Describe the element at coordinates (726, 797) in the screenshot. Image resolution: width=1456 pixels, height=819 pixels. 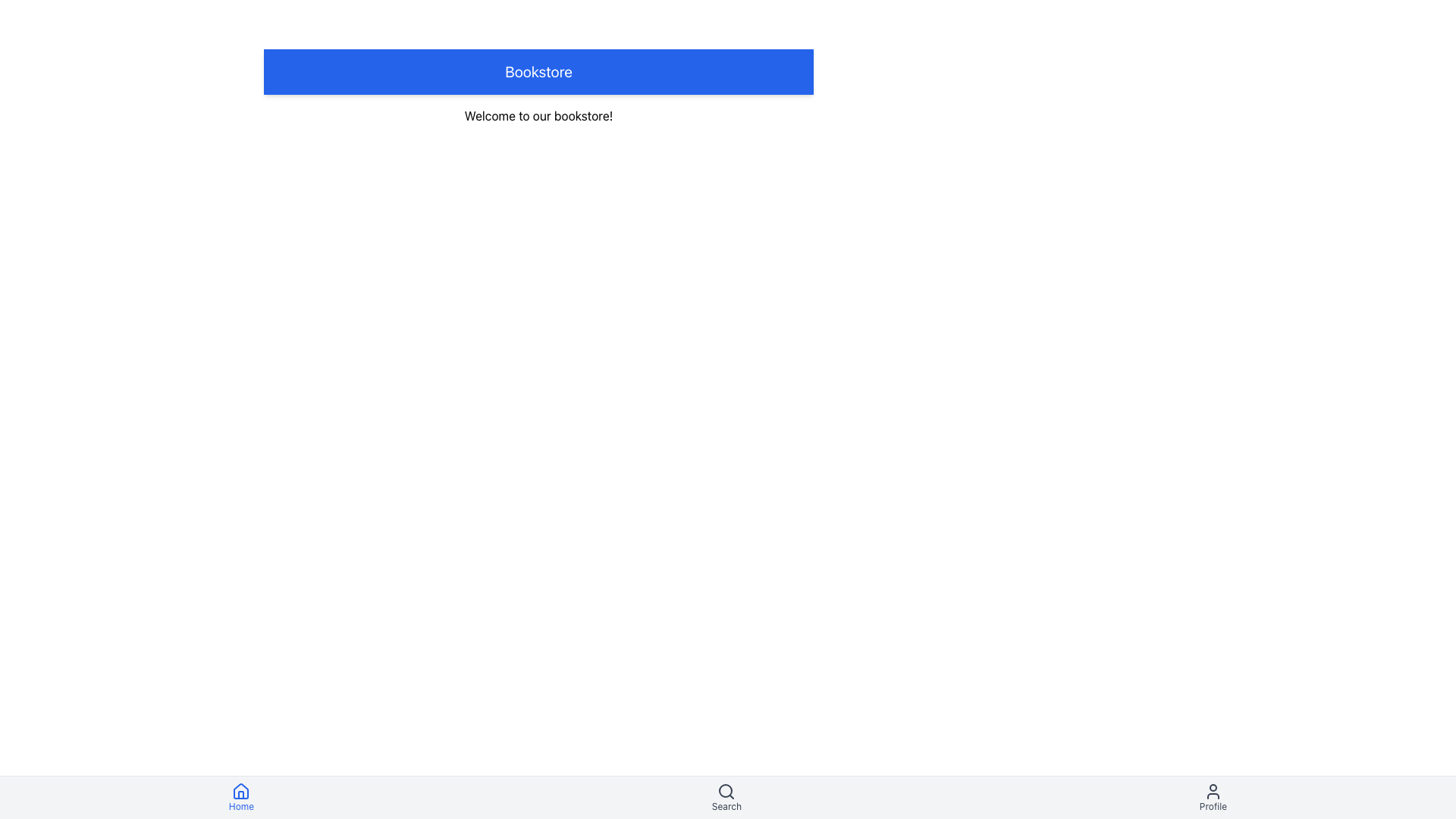
I see `the 'Search' button located in the middle of the bottom navigation bar` at that location.